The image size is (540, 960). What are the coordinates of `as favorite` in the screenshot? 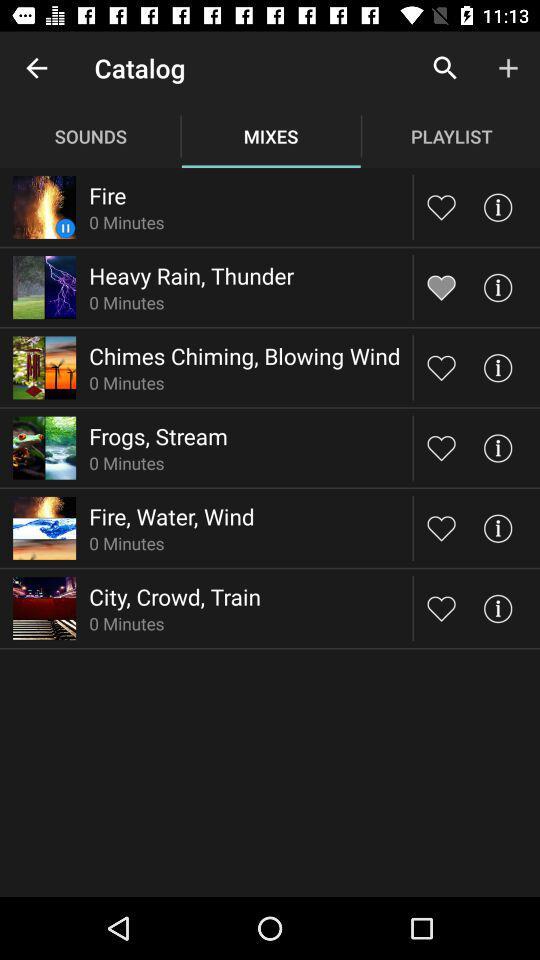 It's located at (441, 286).